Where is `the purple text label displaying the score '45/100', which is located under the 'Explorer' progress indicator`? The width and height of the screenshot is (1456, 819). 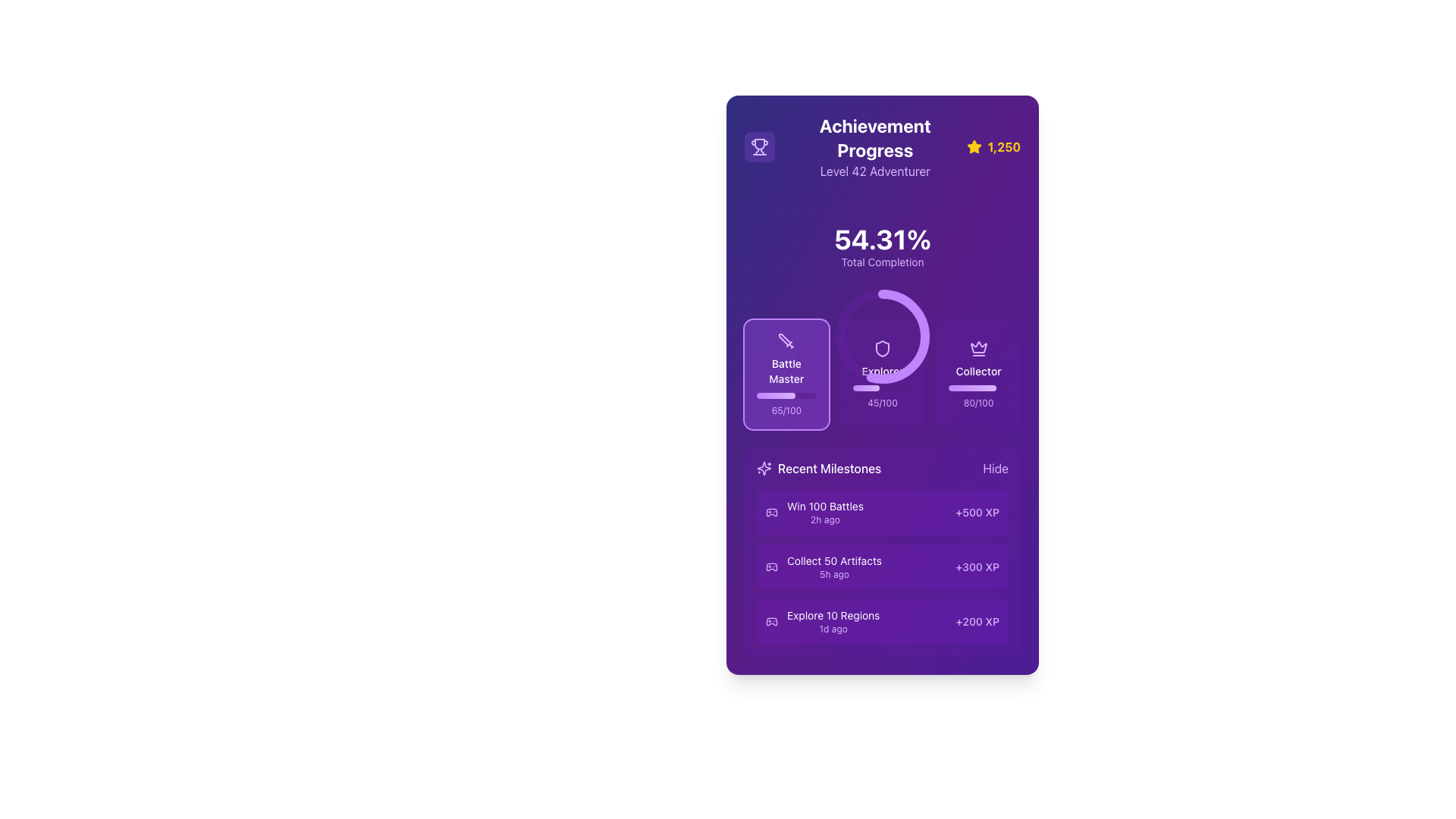
the purple text label displaying the score '45/100', which is located under the 'Explorer' progress indicator is located at coordinates (882, 403).